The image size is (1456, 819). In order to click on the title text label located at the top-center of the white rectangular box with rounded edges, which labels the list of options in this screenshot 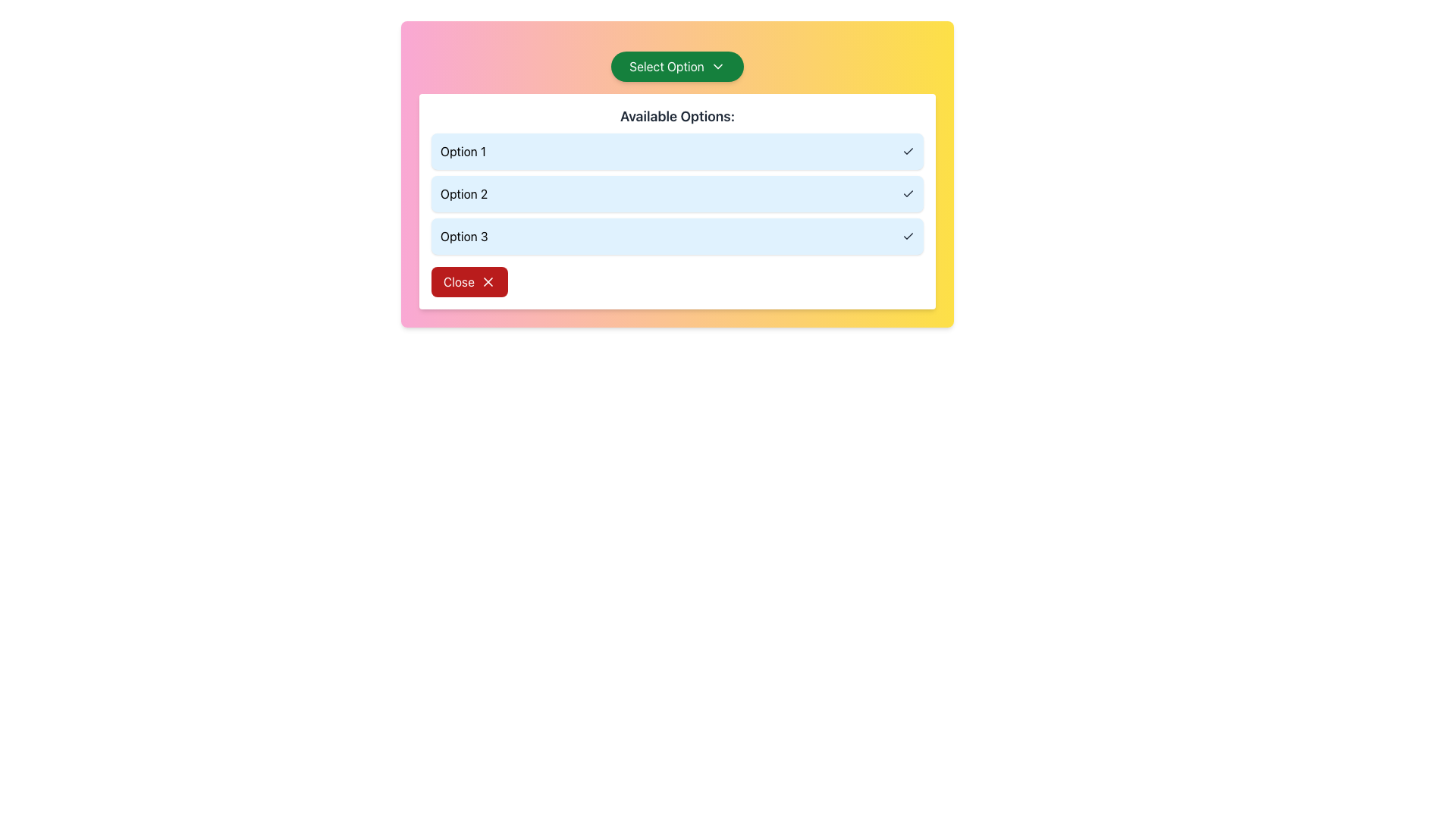, I will do `click(676, 116)`.